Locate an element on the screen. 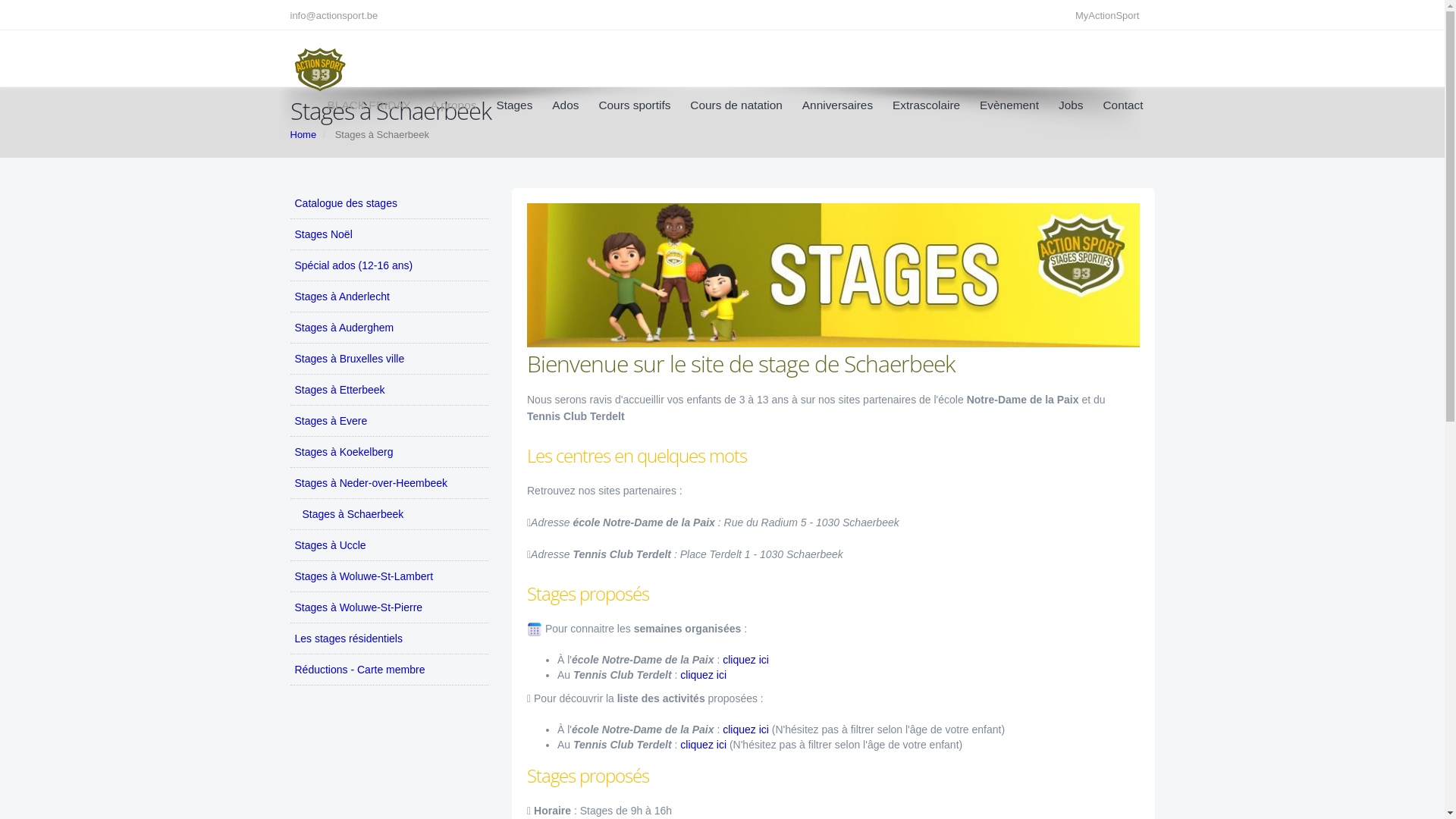  'Stages' is located at coordinates (513, 104).